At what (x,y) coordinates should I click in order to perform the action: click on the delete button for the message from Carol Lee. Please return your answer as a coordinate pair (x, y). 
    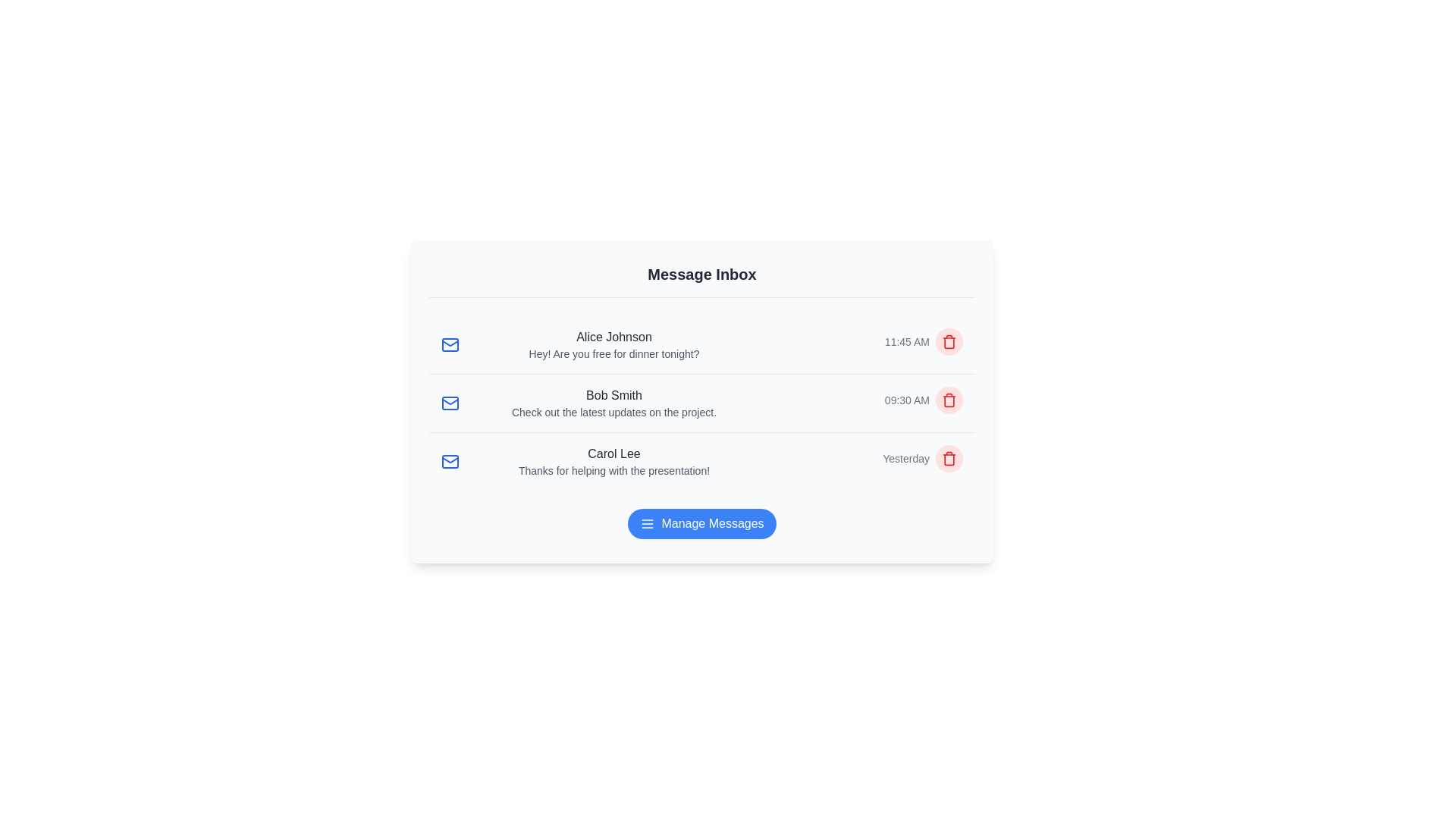
    Looking at the image, I should click on (949, 458).